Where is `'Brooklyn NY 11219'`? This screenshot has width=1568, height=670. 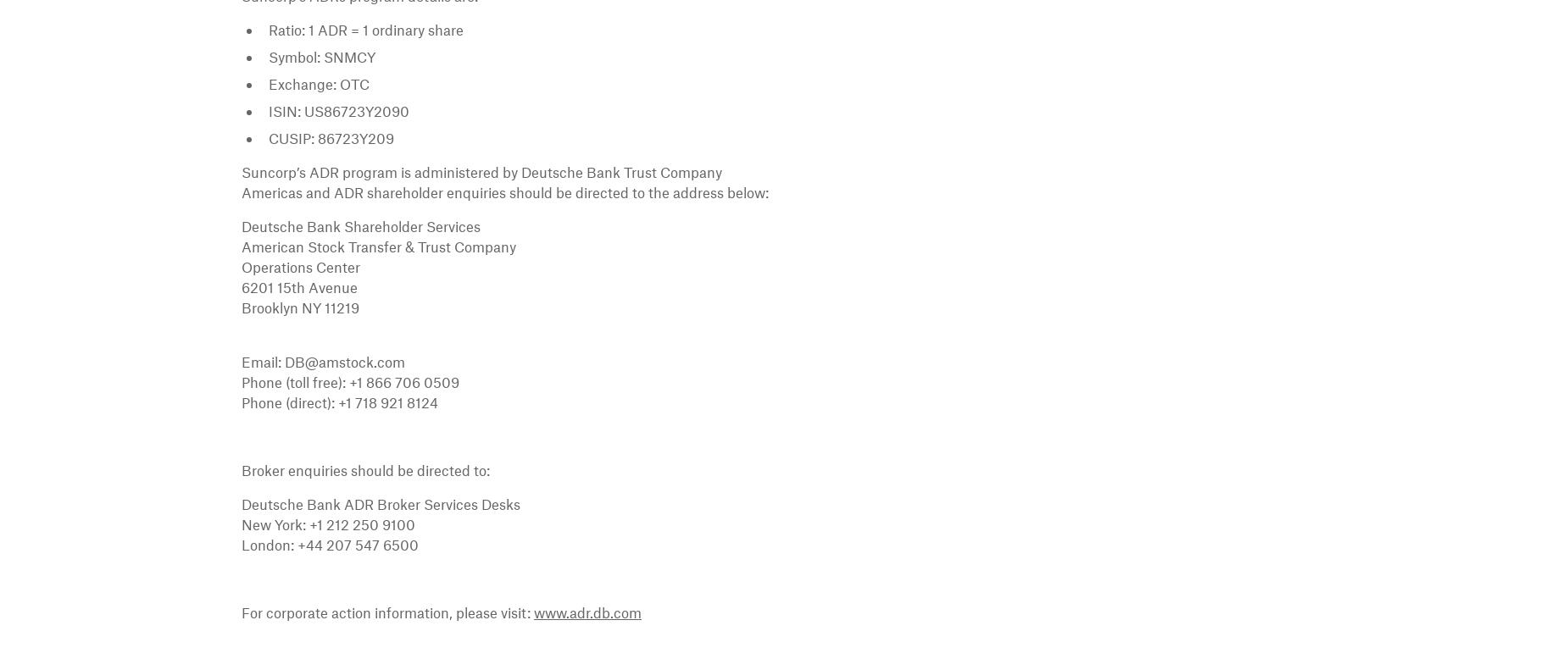
'Brooklyn NY 11219' is located at coordinates (299, 306).